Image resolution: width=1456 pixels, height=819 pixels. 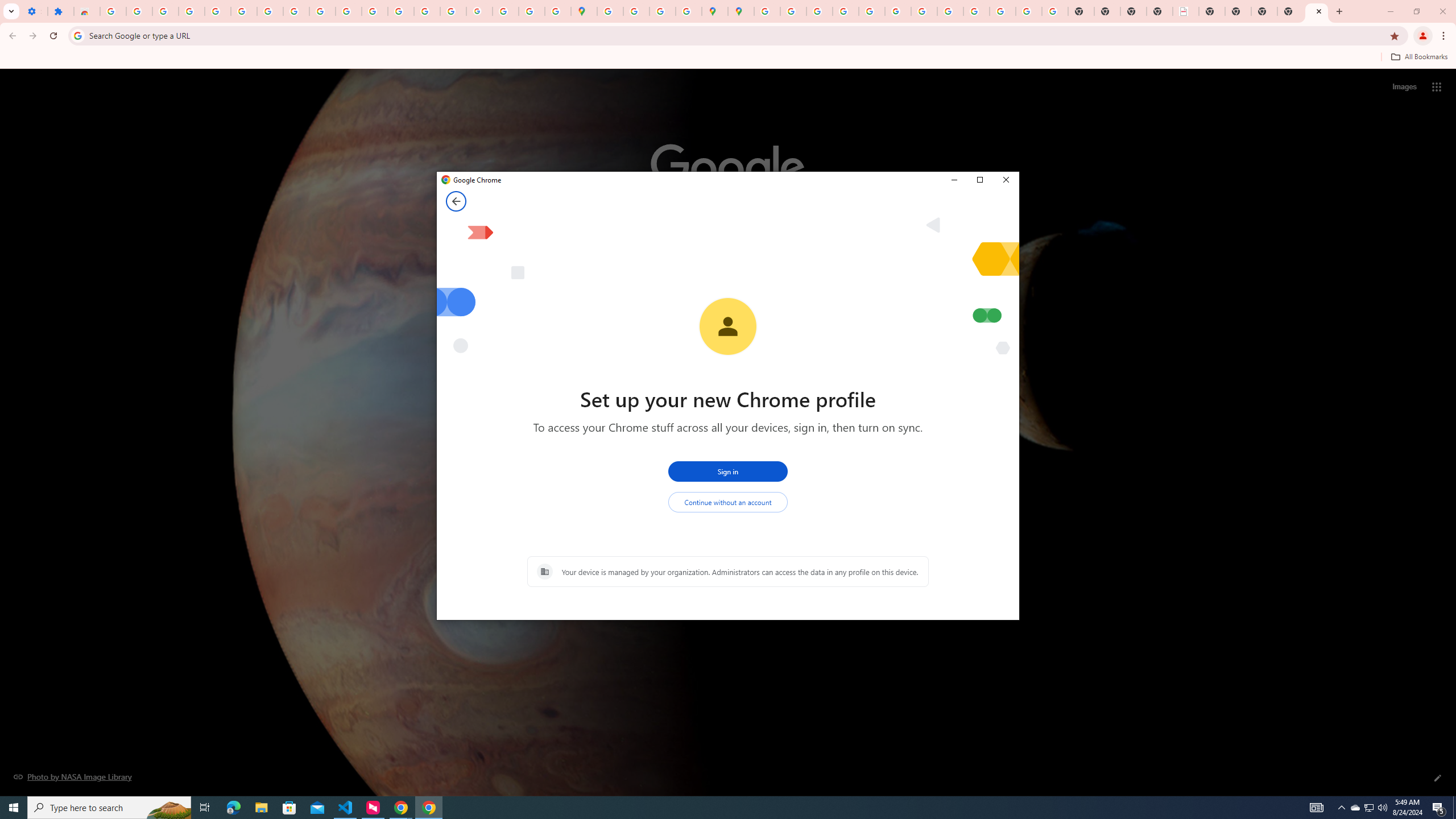 What do you see at coordinates (728, 502) in the screenshot?
I see `'Continue without an account'` at bounding box center [728, 502].